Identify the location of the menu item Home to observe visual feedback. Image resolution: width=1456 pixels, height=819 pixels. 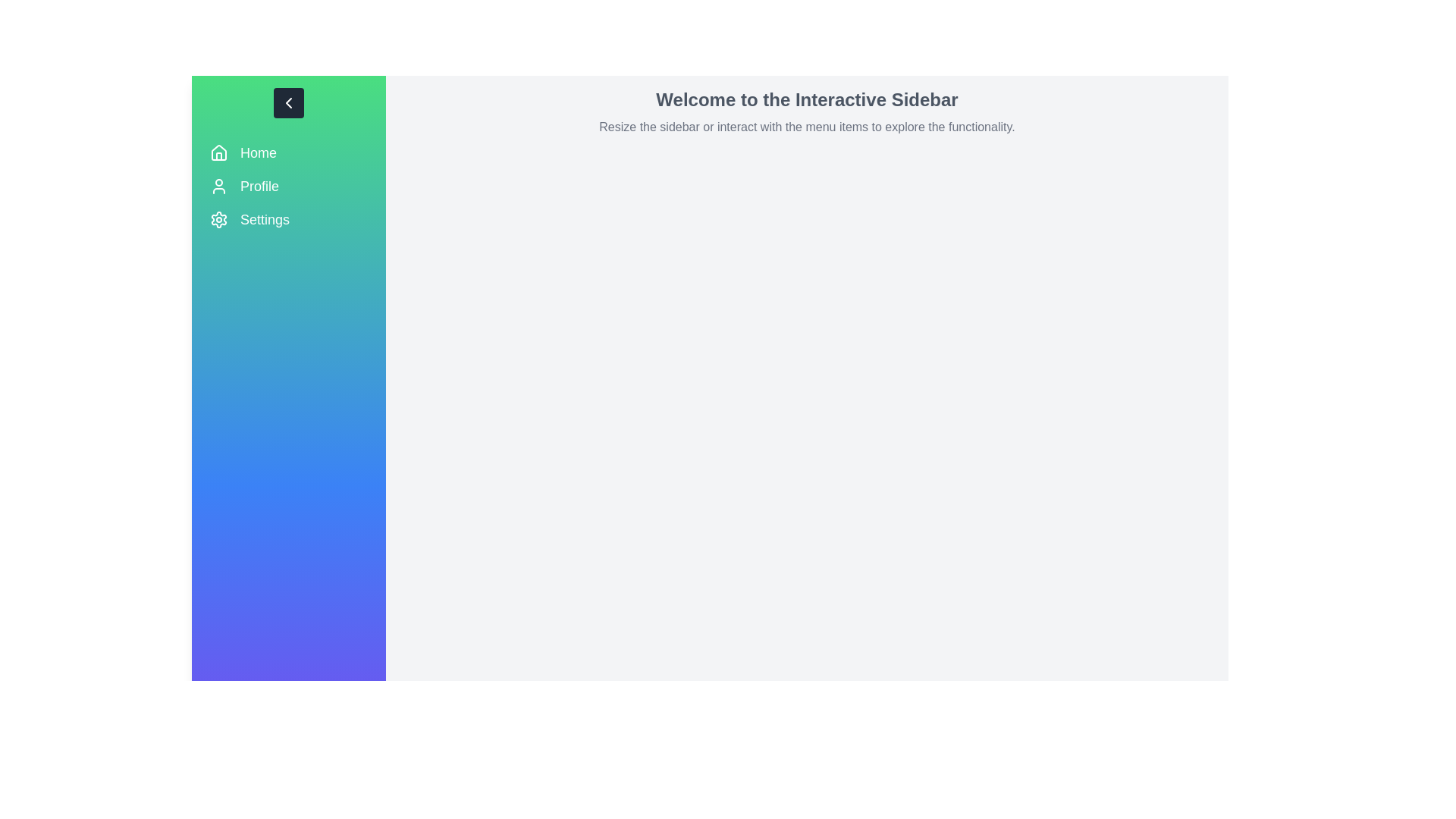
(288, 152).